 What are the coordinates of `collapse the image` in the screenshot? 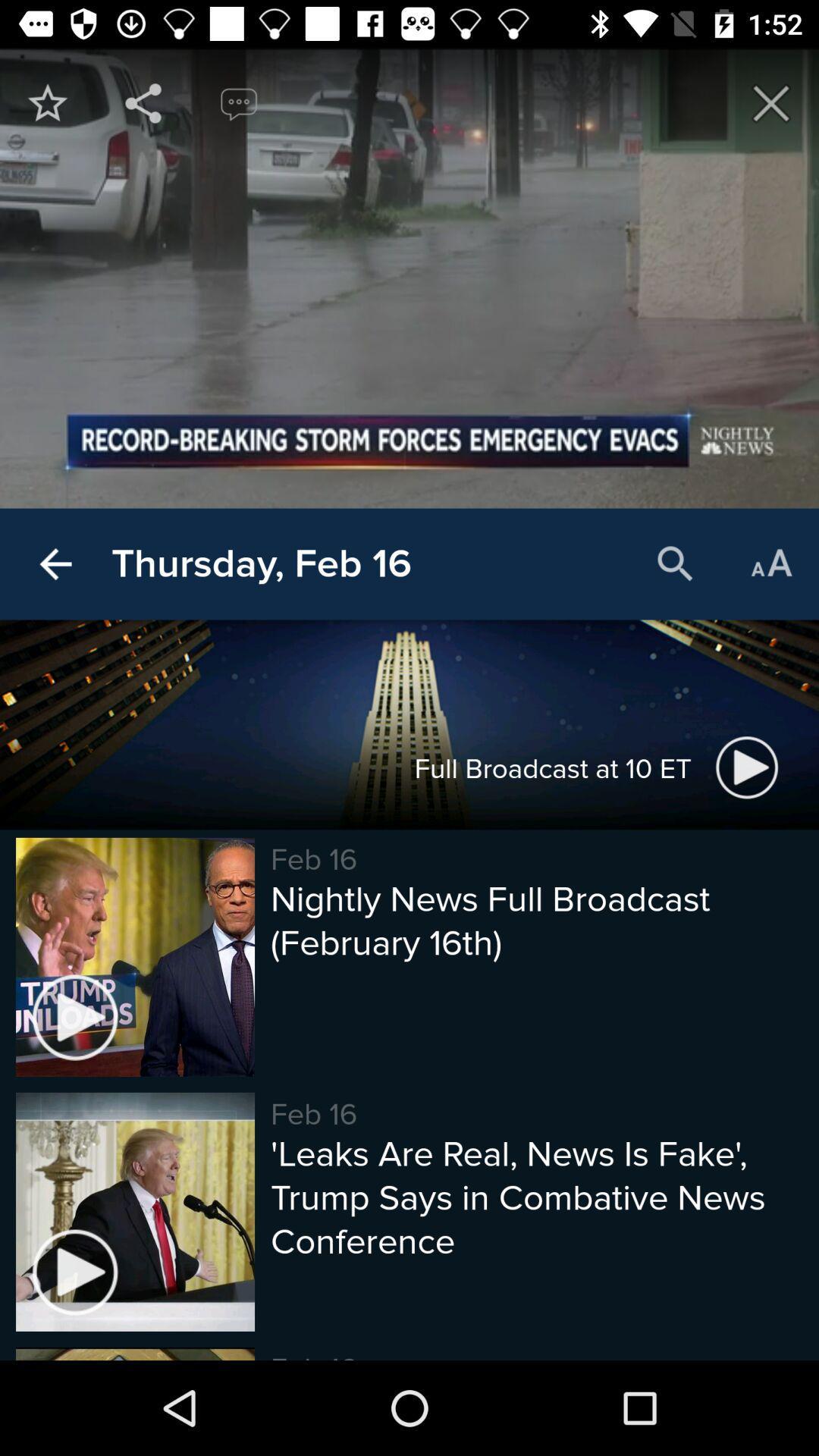 It's located at (771, 102).